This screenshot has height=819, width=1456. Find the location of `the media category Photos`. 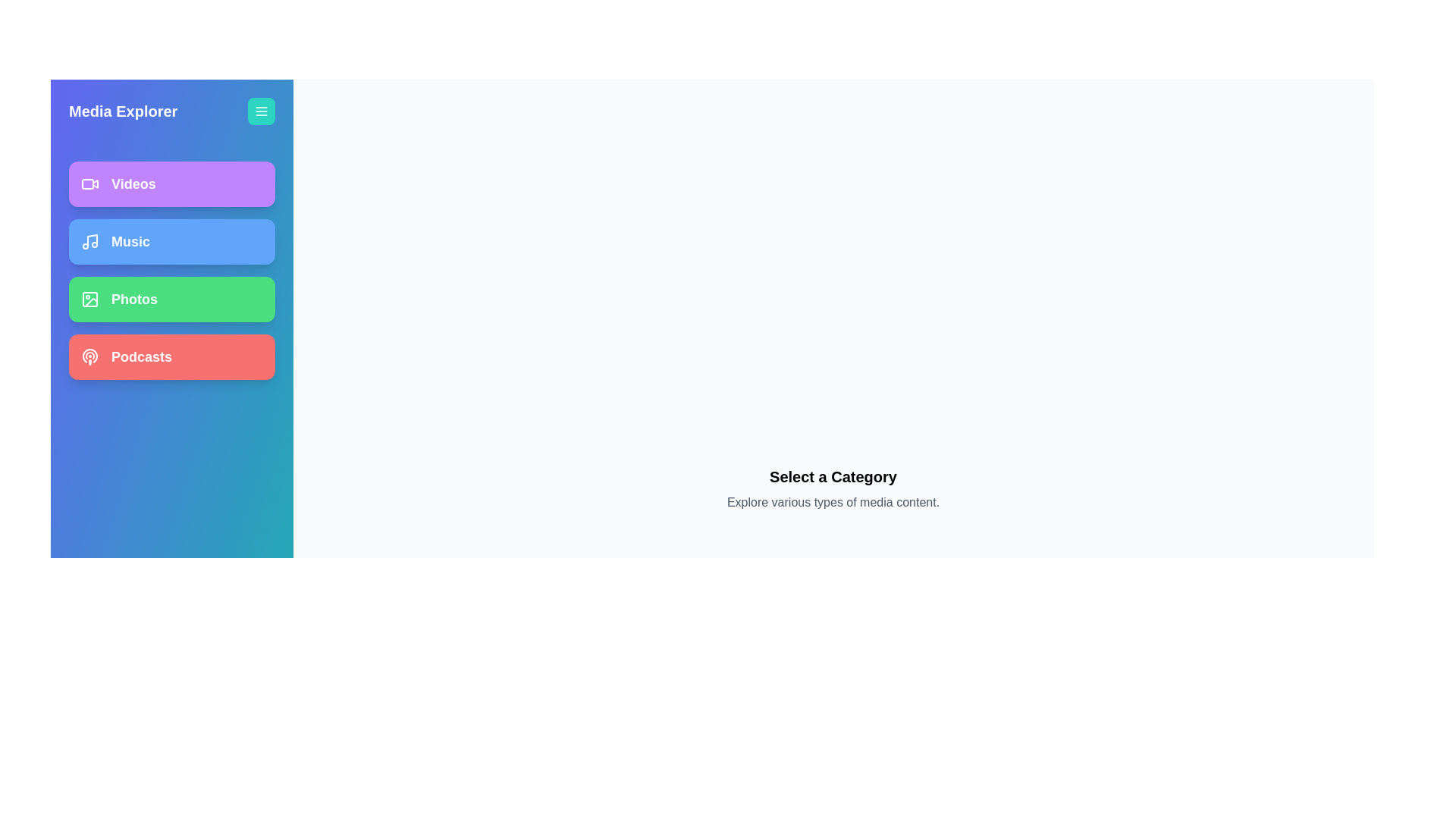

the media category Photos is located at coordinates (171, 299).